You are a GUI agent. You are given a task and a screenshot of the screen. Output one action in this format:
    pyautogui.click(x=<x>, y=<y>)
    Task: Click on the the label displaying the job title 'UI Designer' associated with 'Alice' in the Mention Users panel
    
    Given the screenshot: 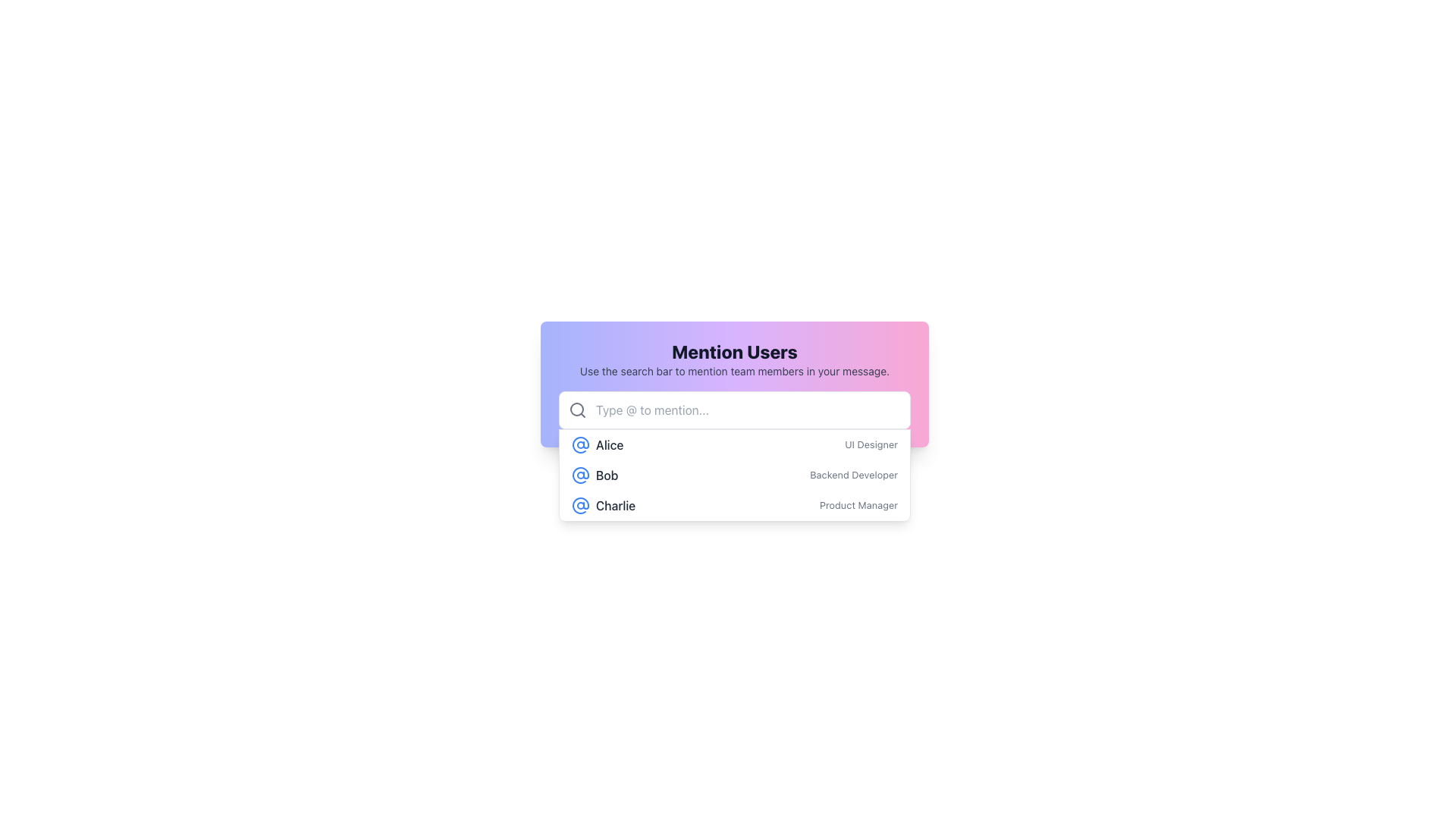 What is the action you would take?
    pyautogui.click(x=871, y=444)
    